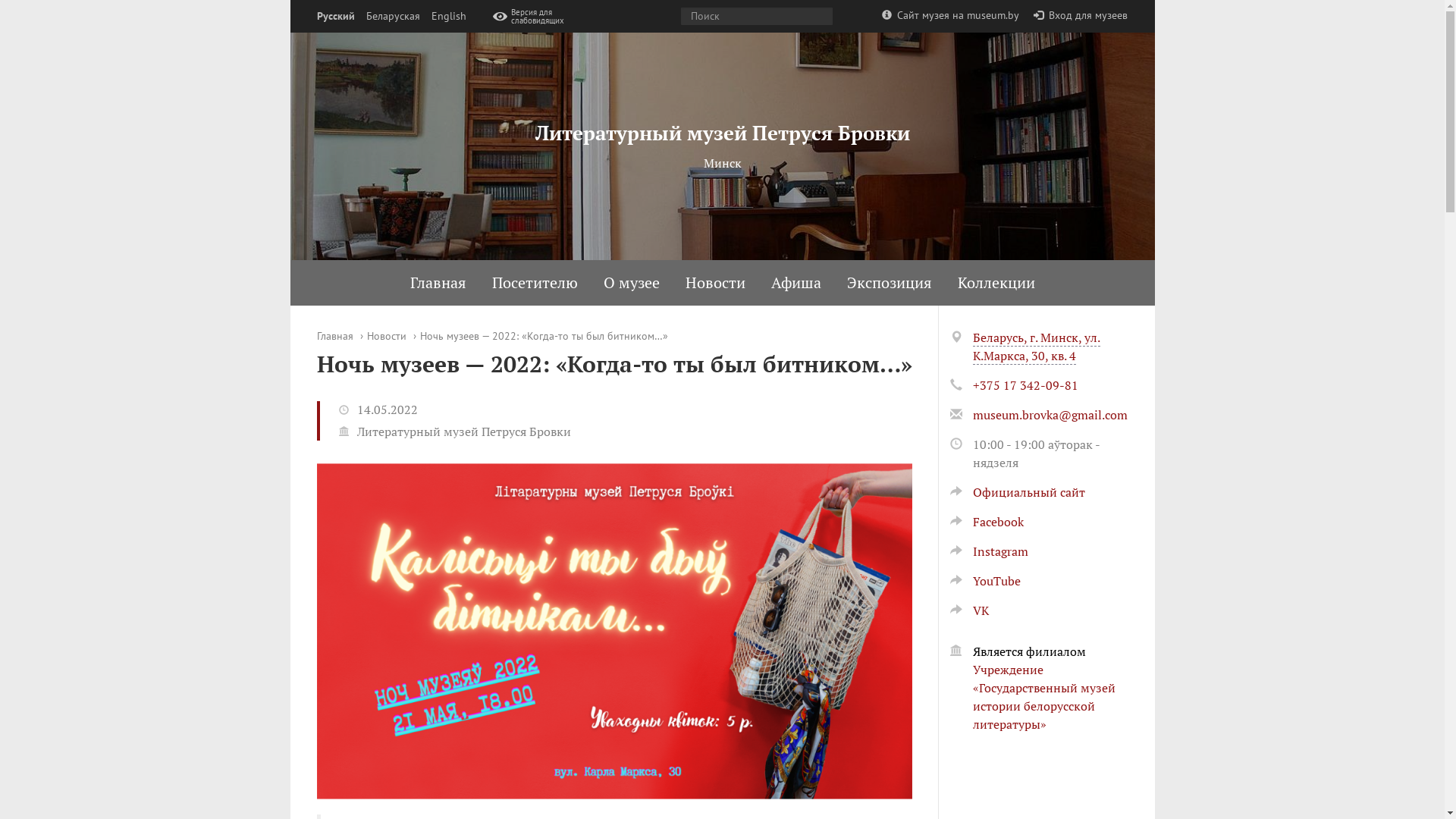 This screenshot has height=819, width=1456. What do you see at coordinates (1048, 415) in the screenshot?
I see `'museum.brovka@gmail.com'` at bounding box center [1048, 415].